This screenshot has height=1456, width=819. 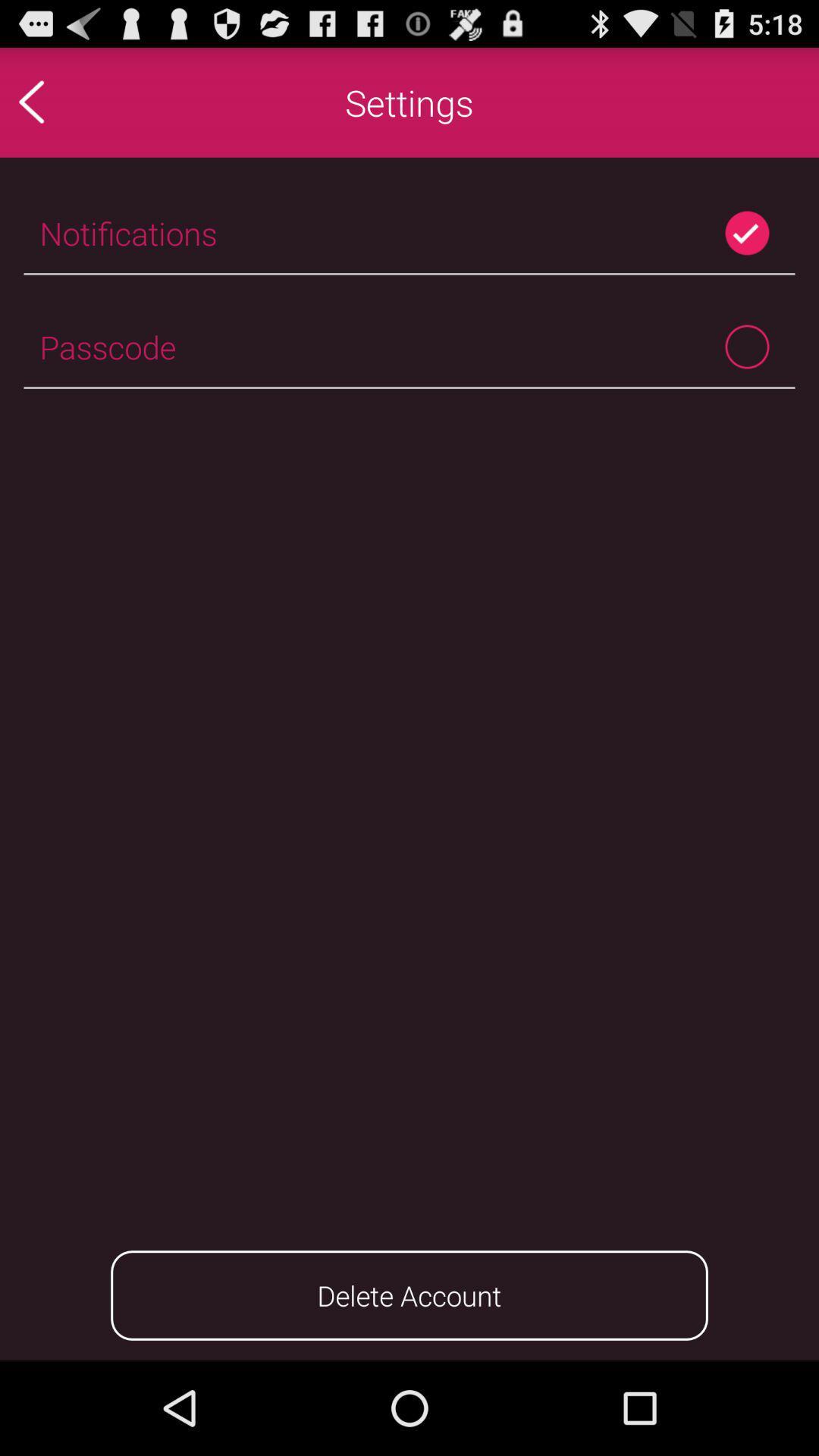 I want to click on enable passcode, so click(x=746, y=346).